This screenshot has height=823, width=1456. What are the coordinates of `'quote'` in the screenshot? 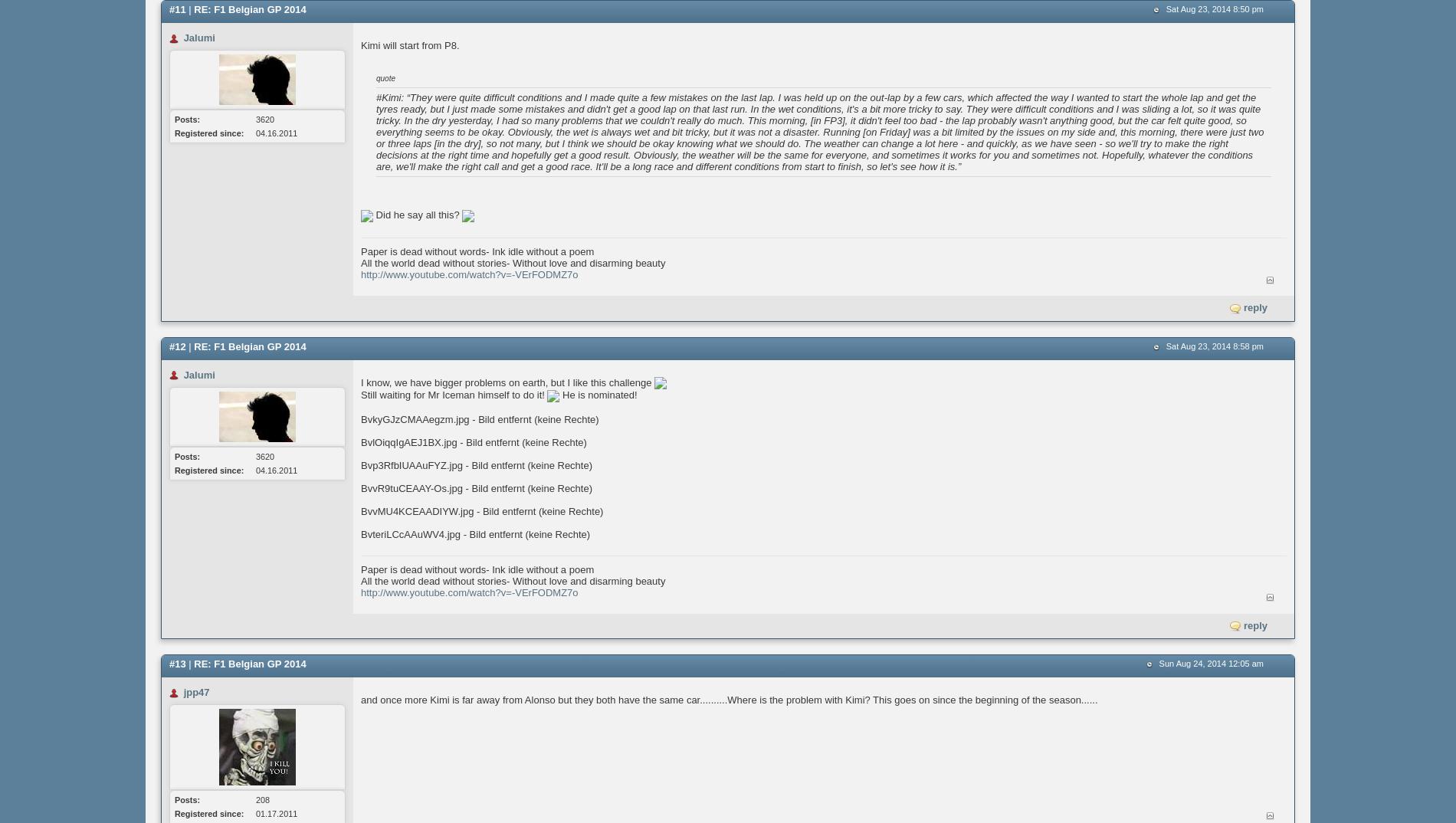 It's located at (385, 78).